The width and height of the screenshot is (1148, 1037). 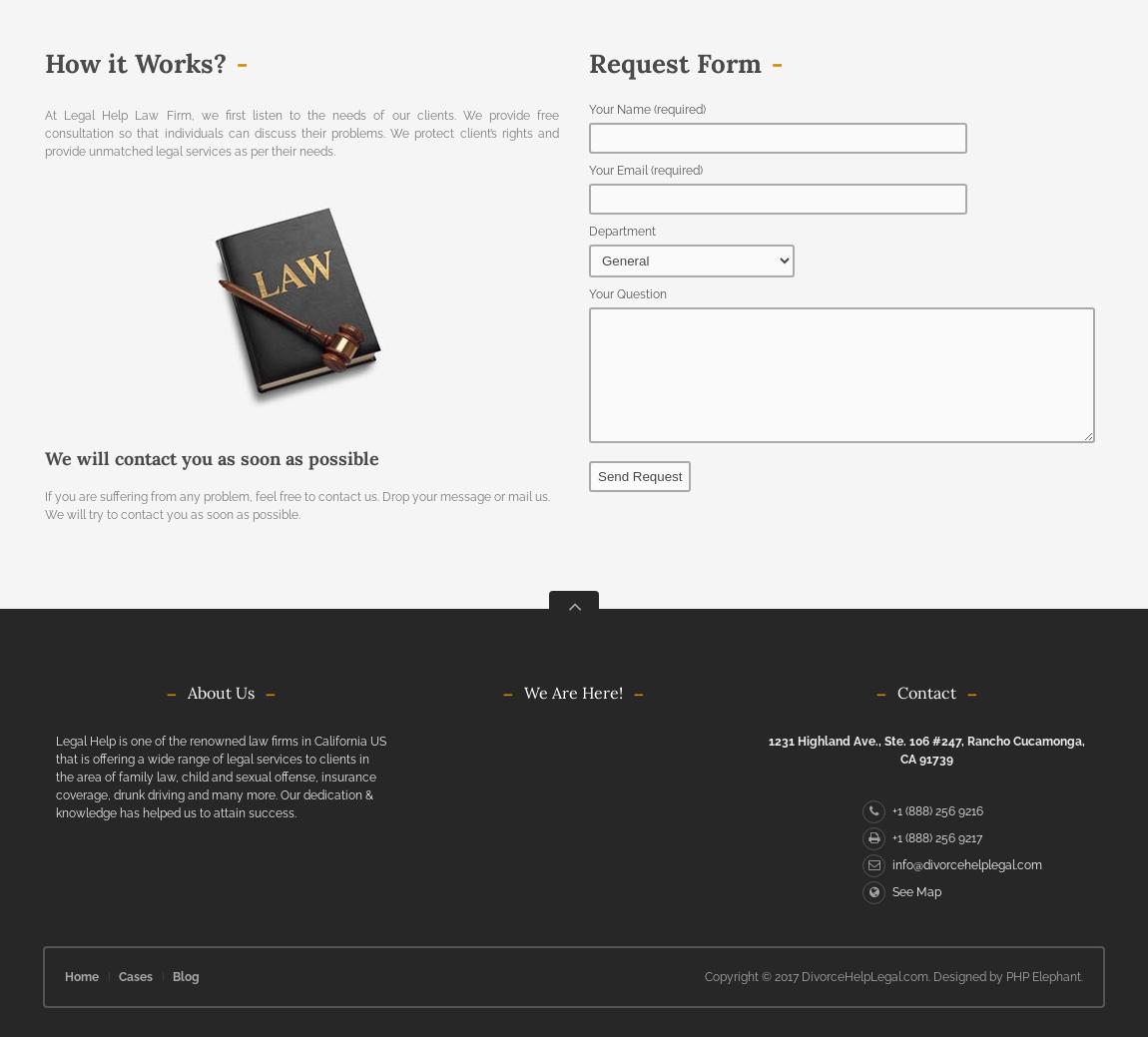 What do you see at coordinates (966, 863) in the screenshot?
I see `'info@divorcehelplegal.com'` at bounding box center [966, 863].